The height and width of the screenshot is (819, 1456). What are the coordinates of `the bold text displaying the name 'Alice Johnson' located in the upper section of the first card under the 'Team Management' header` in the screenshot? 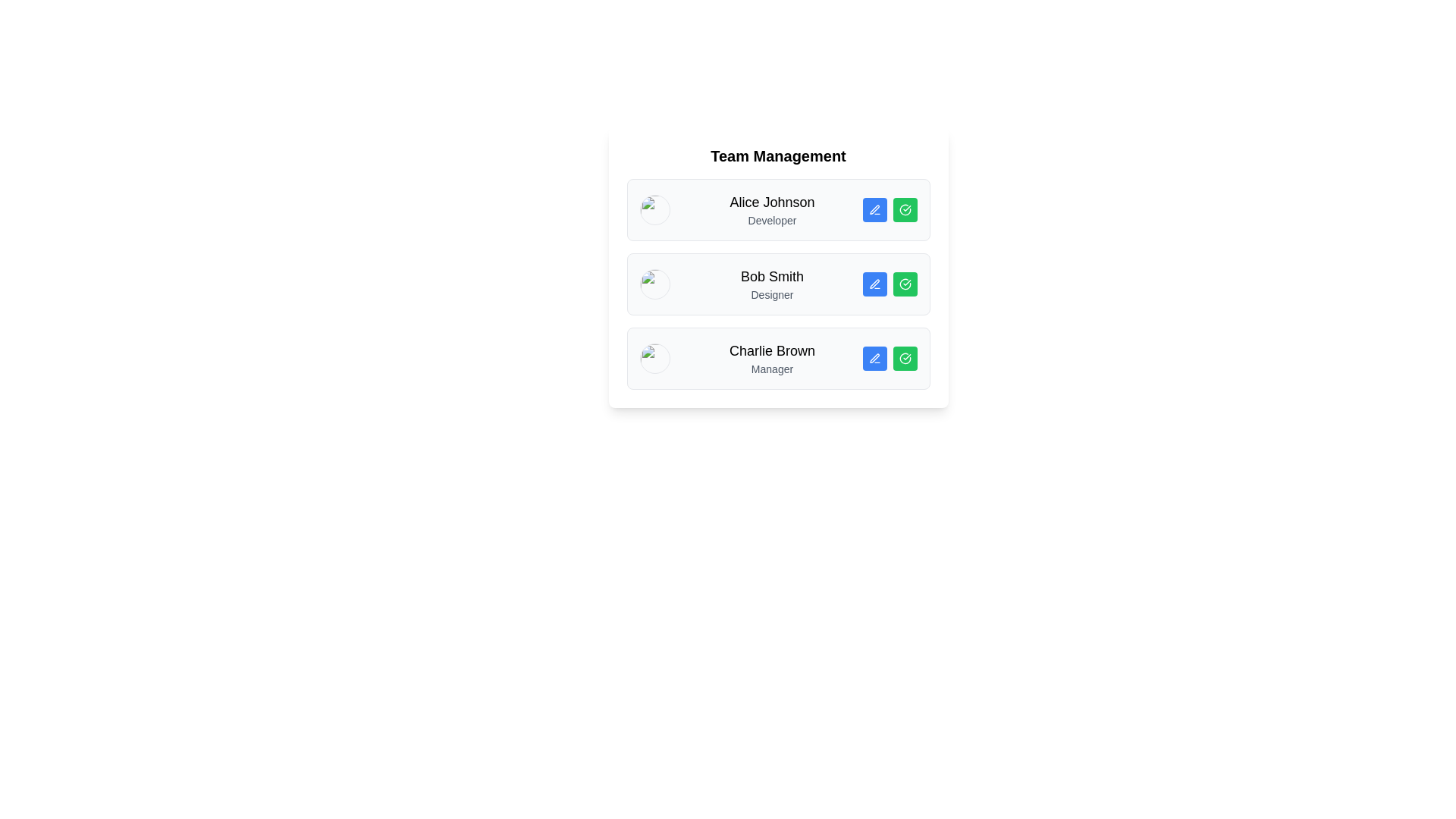 It's located at (772, 201).